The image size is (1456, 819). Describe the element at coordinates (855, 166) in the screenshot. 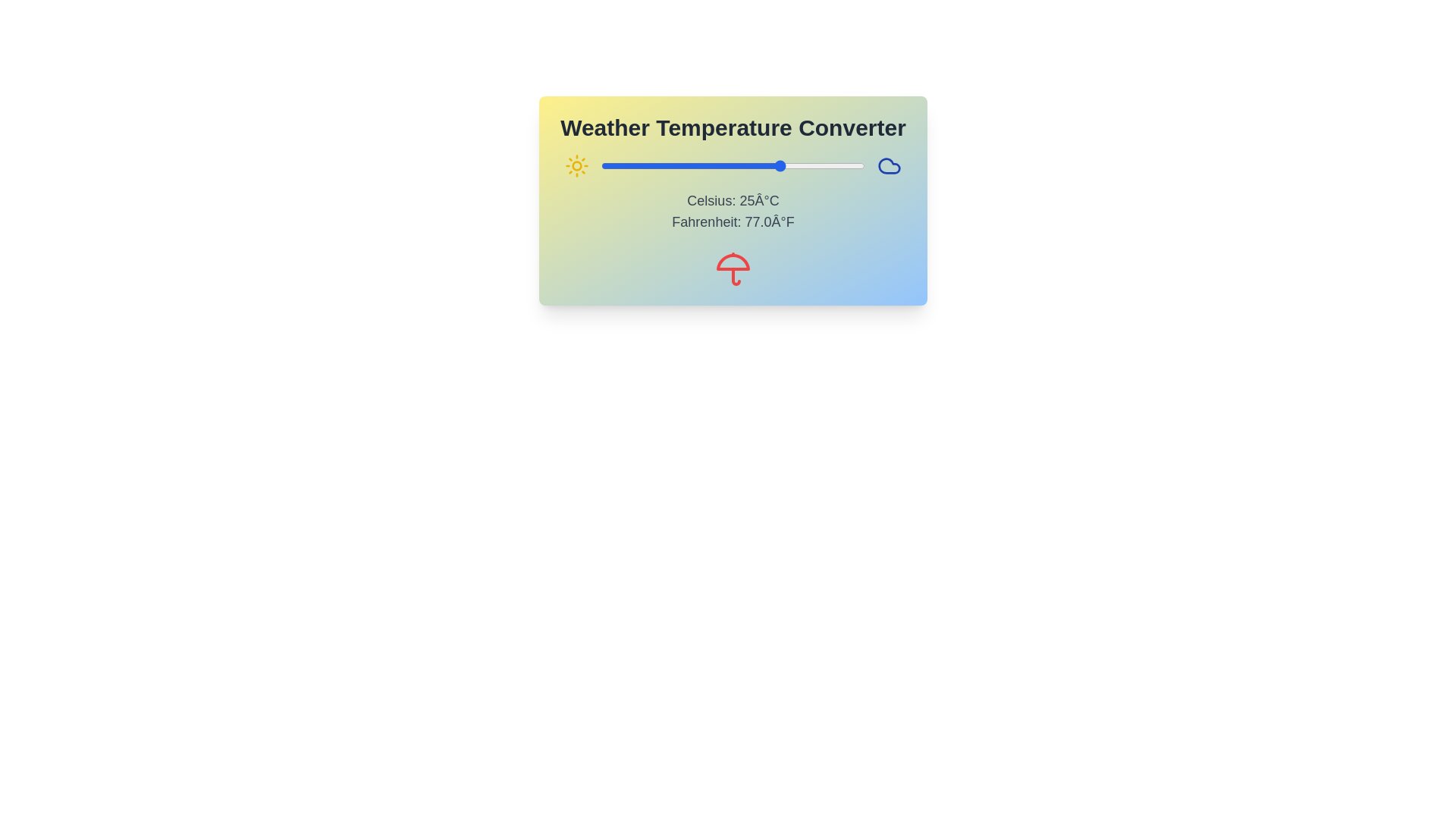

I see `the temperature to 47°C using the slider` at that location.